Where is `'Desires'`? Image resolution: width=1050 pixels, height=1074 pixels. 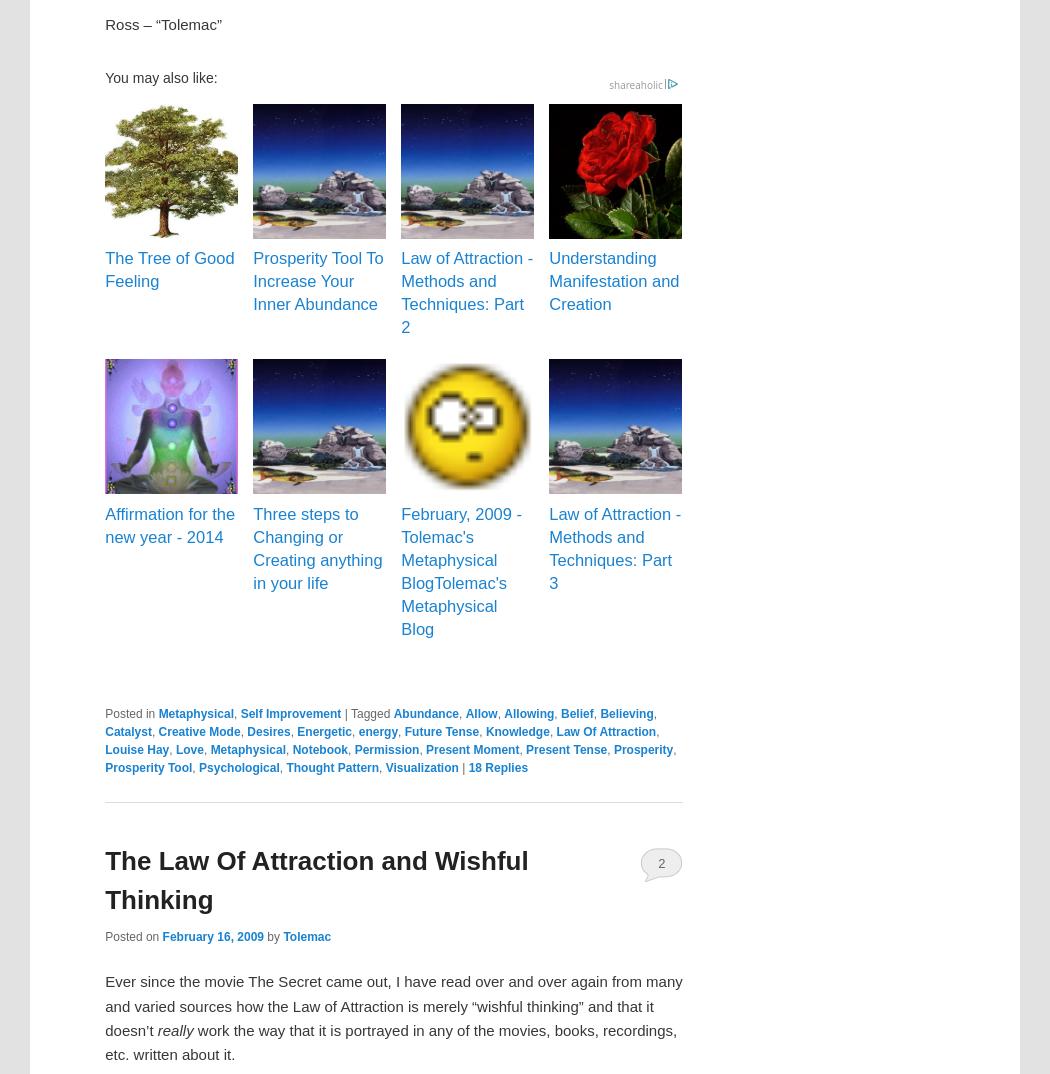
'Desires' is located at coordinates (267, 732).